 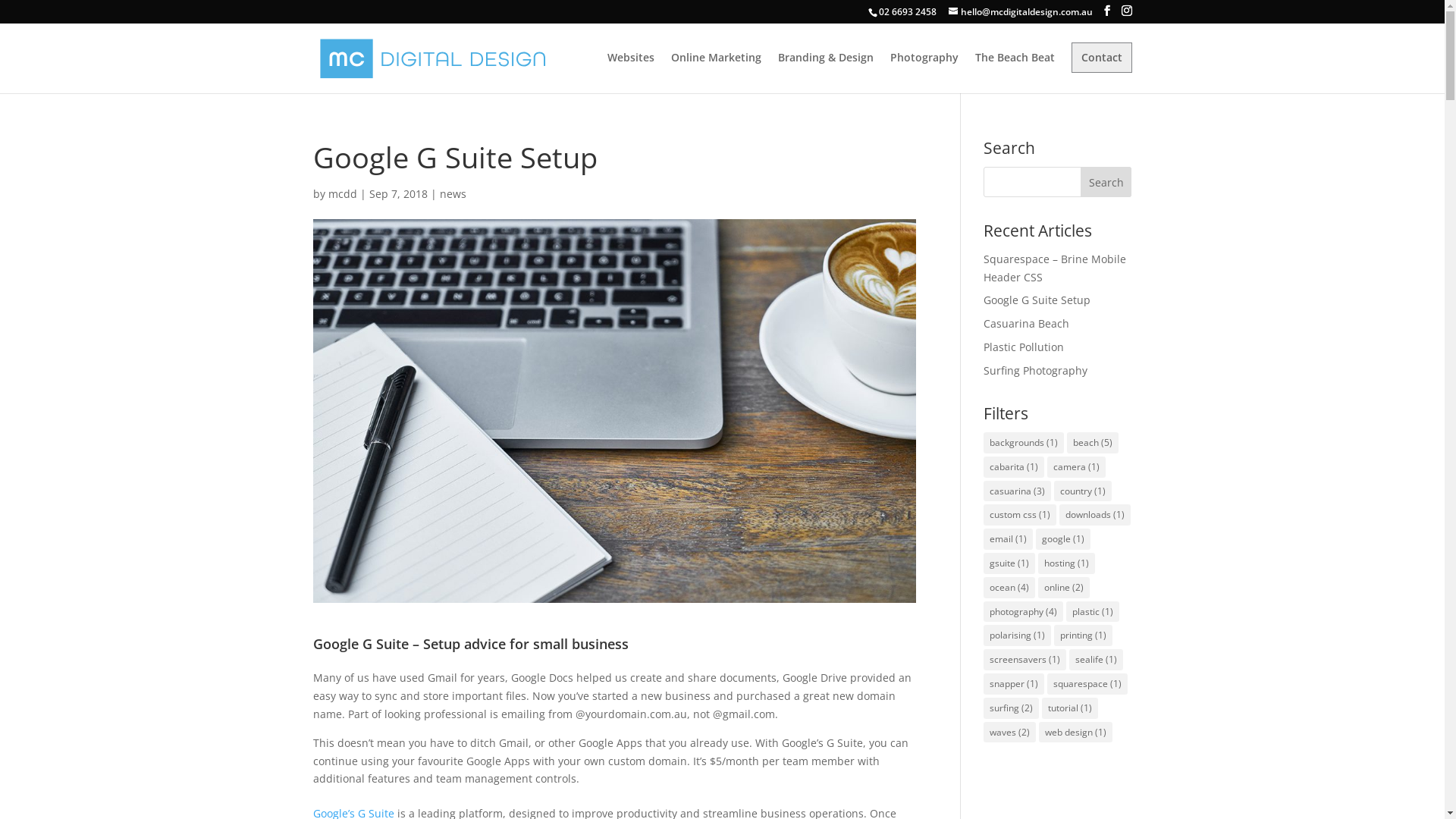 What do you see at coordinates (1101, 57) in the screenshot?
I see `'Contact'` at bounding box center [1101, 57].